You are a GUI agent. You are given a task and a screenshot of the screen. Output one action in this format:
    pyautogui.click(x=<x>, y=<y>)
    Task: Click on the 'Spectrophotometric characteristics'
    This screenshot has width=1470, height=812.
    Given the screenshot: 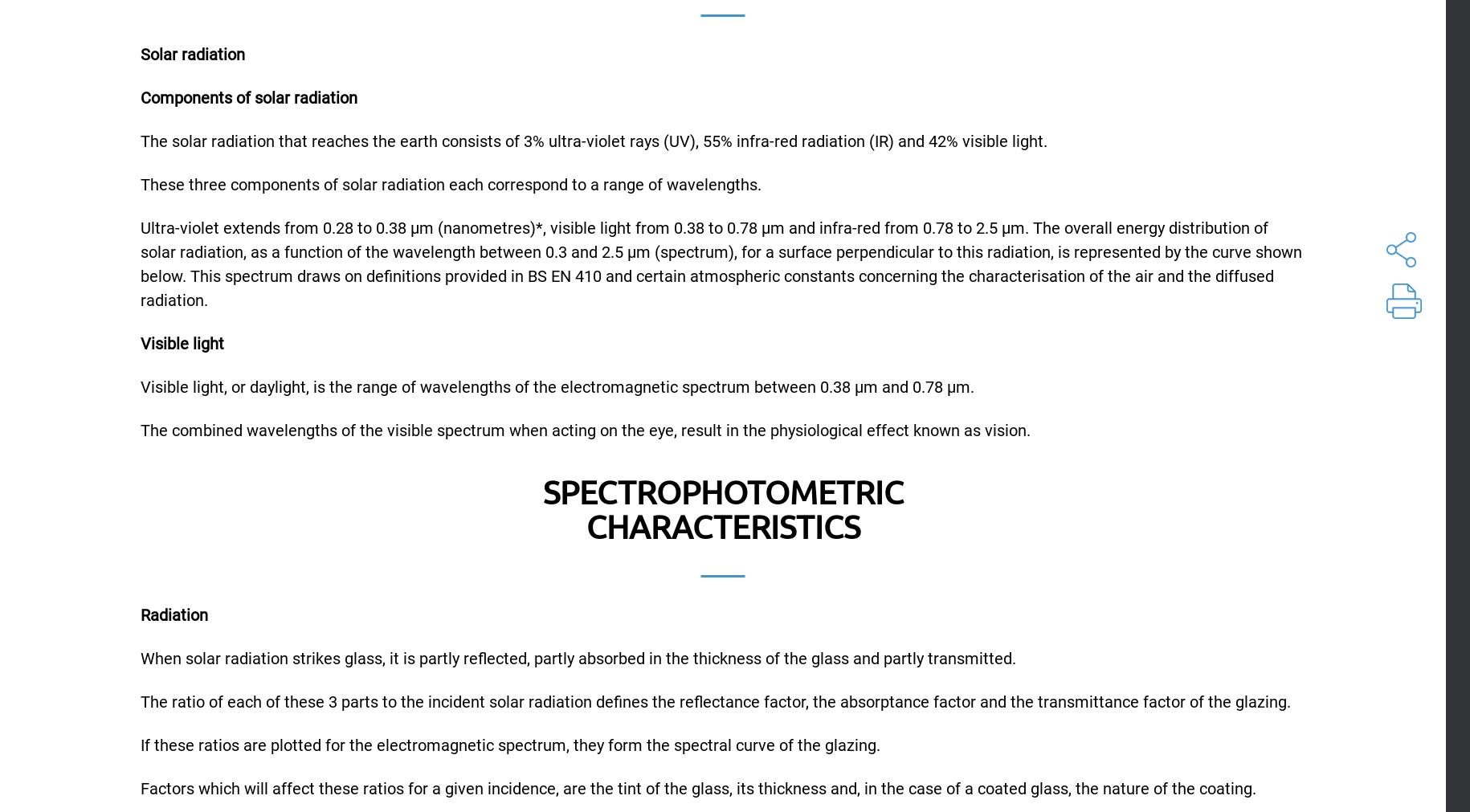 What is the action you would take?
    pyautogui.click(x=722, y=508)
    